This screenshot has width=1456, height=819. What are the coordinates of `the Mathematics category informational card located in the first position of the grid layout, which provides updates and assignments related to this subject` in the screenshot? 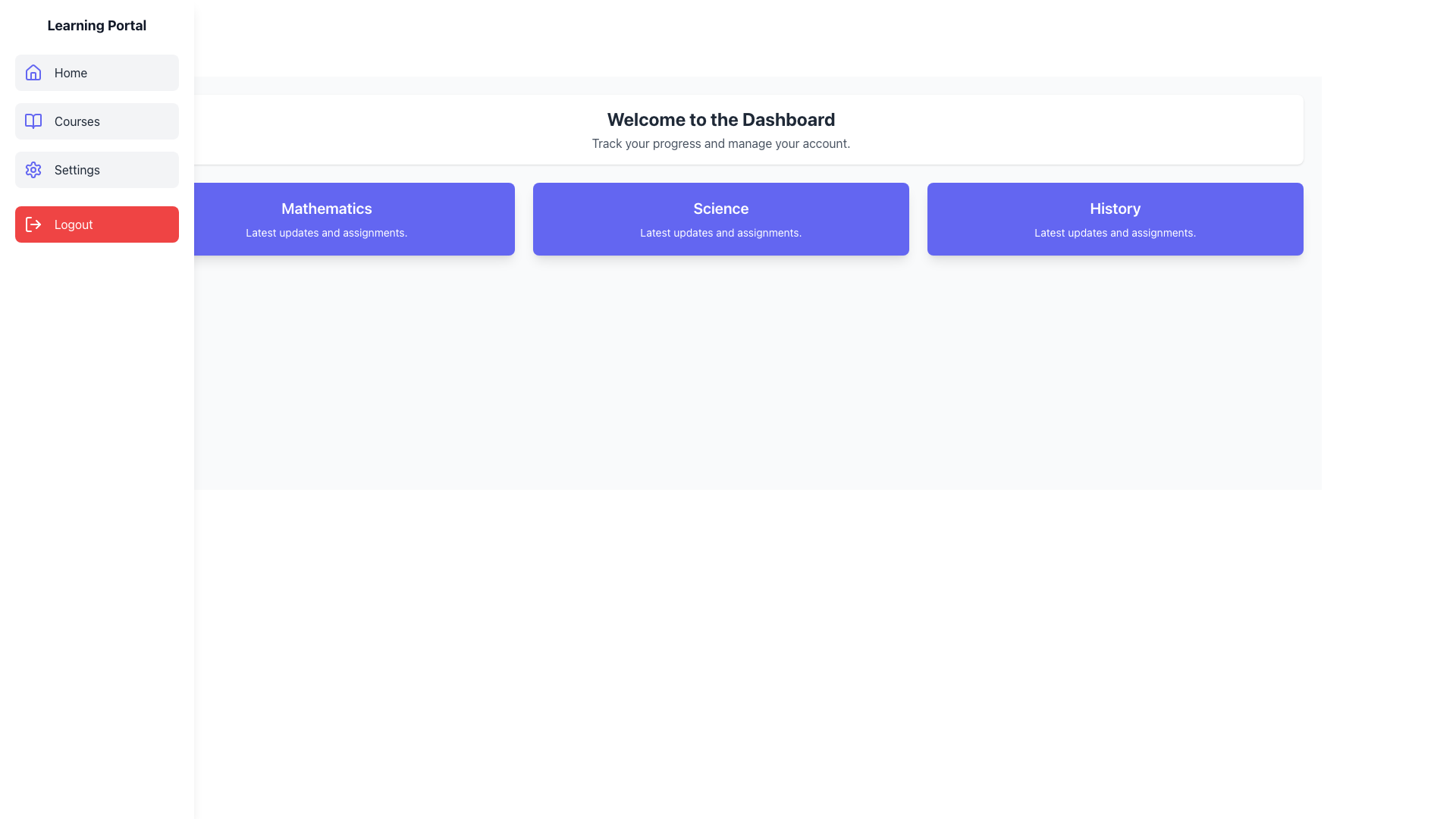 It's located at (326, 219).